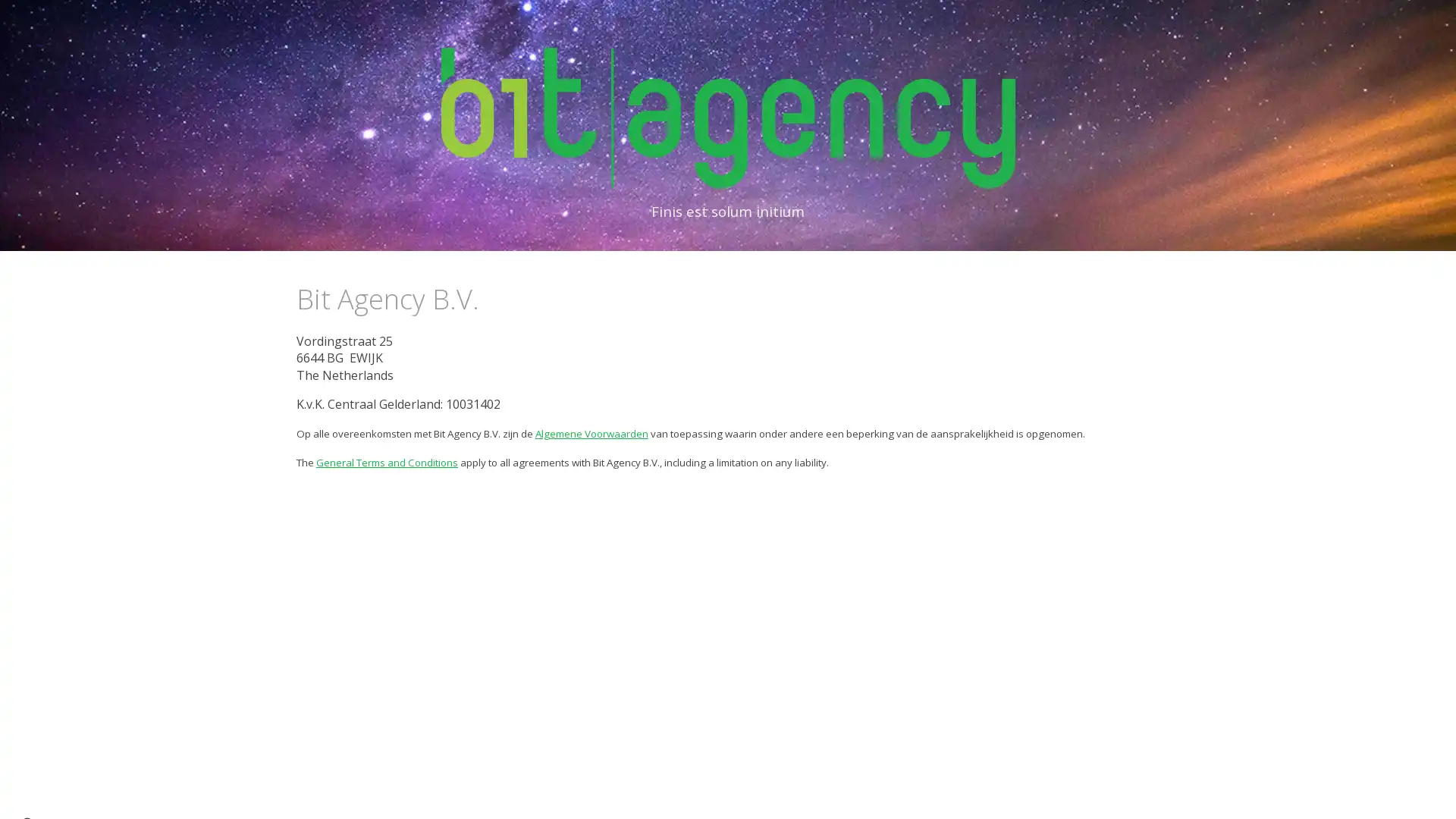 Image resolution: width=1456 pixels, height=819 pixels. Describe the element at coordinates (597, 28) in the screenshot. I see `Skip to main content` at that location.